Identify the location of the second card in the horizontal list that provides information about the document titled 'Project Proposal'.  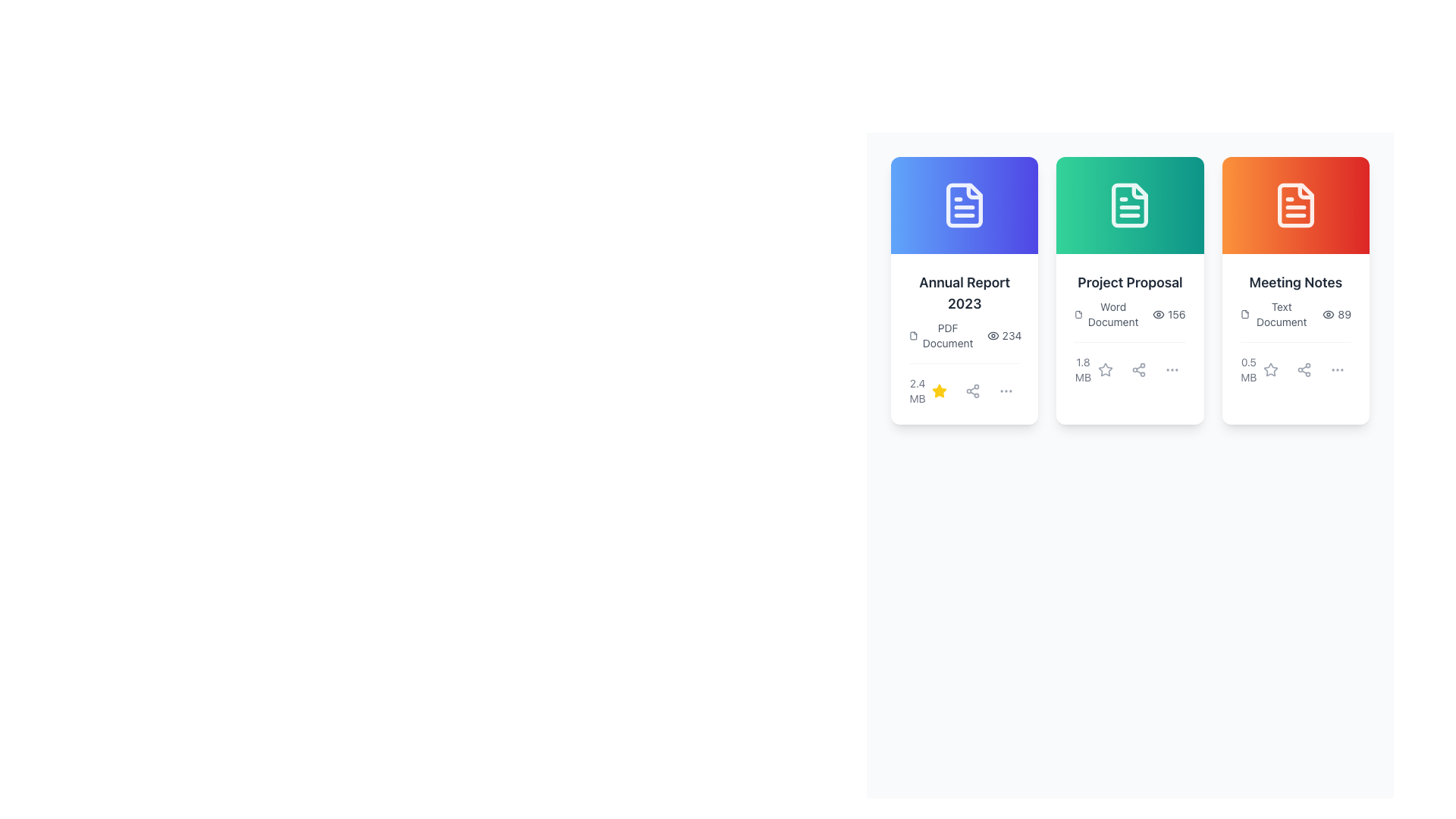
(1130, 290).